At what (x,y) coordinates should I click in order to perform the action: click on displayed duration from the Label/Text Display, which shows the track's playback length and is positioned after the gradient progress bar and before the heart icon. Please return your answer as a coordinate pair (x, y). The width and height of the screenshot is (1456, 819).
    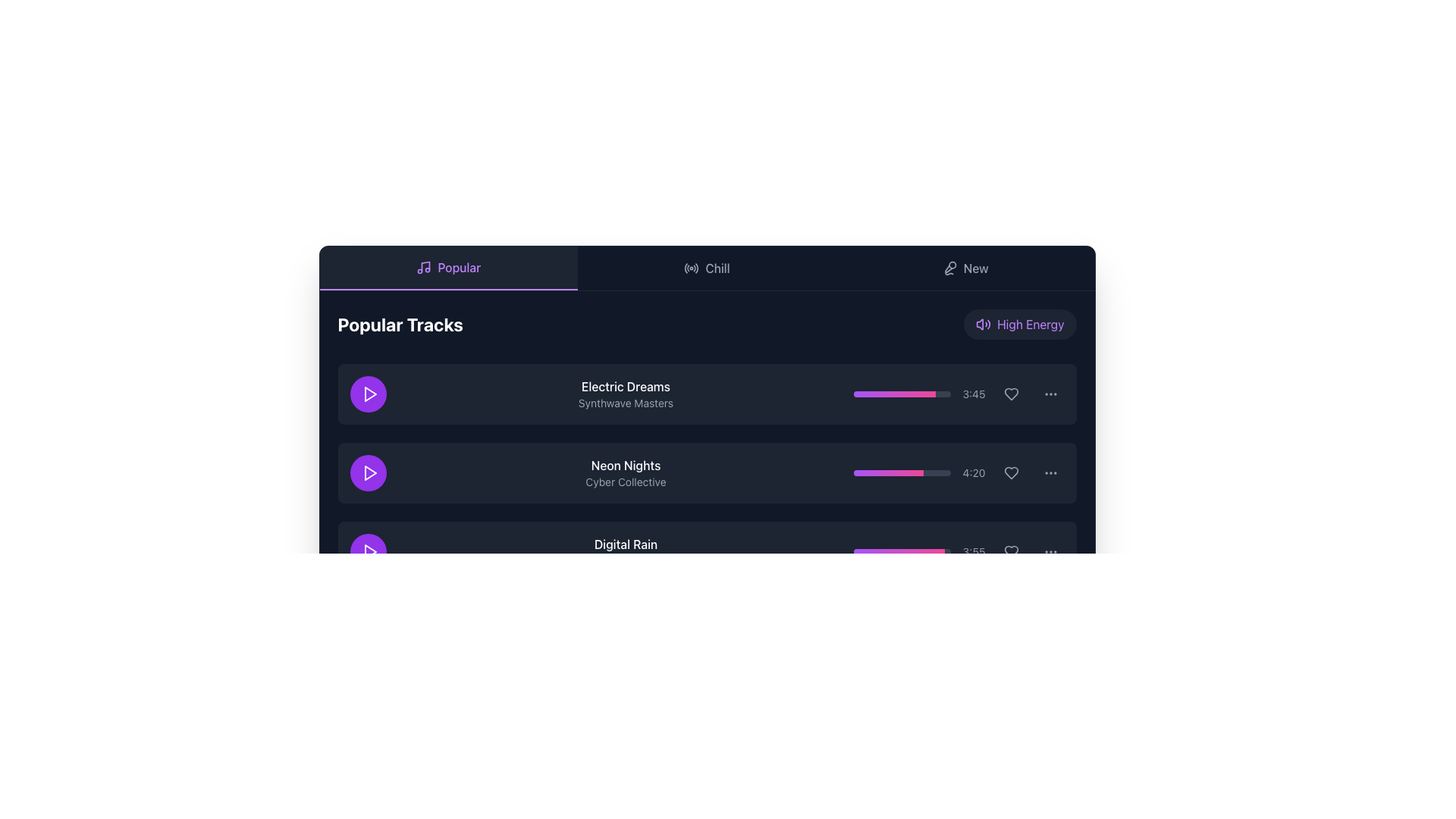
    Looking at the image, I should click on (958, 394).